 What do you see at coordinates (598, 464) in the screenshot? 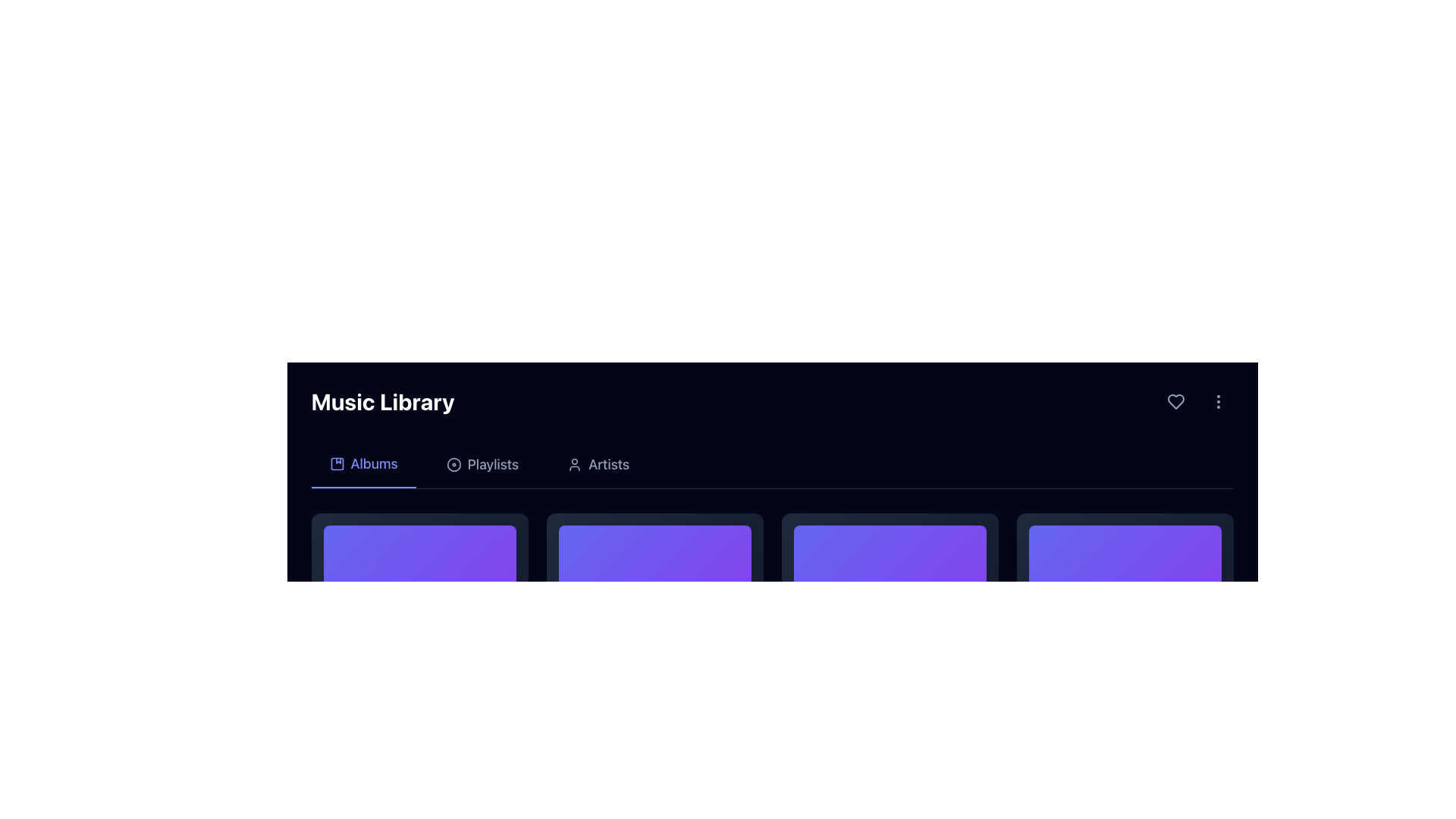
I see `the 'Artists' button in the header section of the navigation menu` at bounding box center [598, 464].